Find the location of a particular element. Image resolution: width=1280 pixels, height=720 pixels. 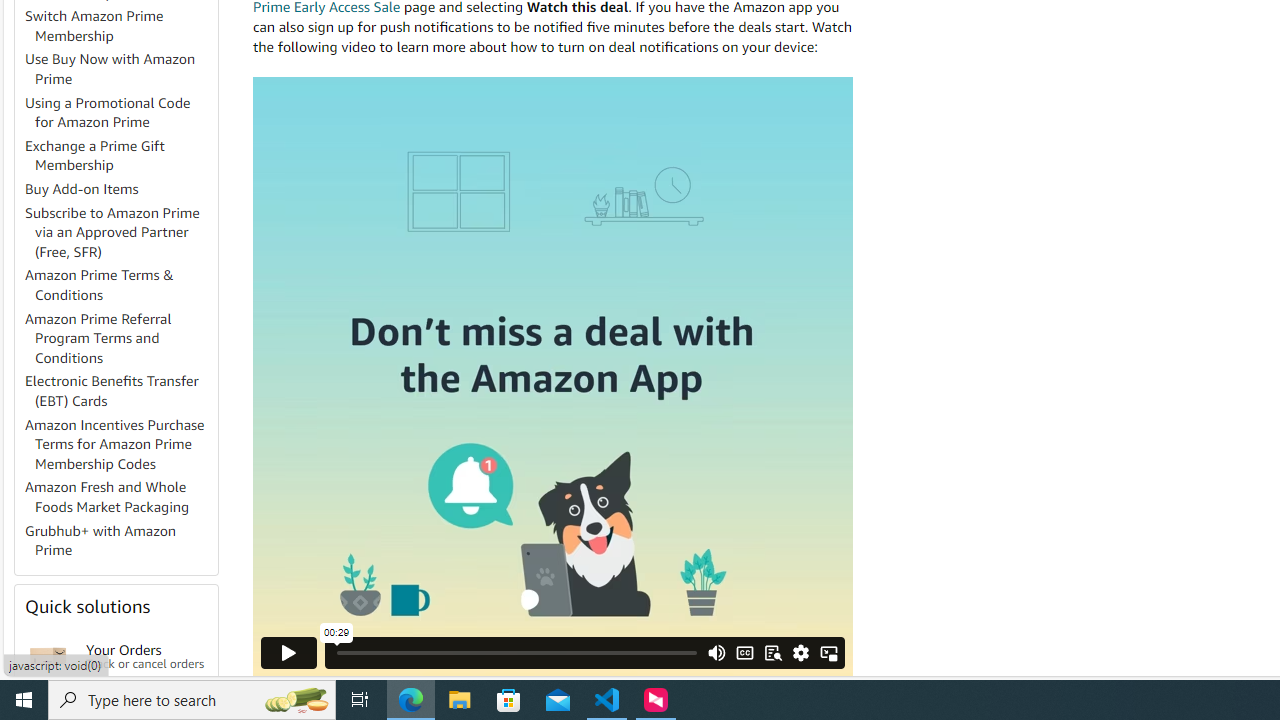

'Buy Add-on Items' is located at coordinates (81, 189).